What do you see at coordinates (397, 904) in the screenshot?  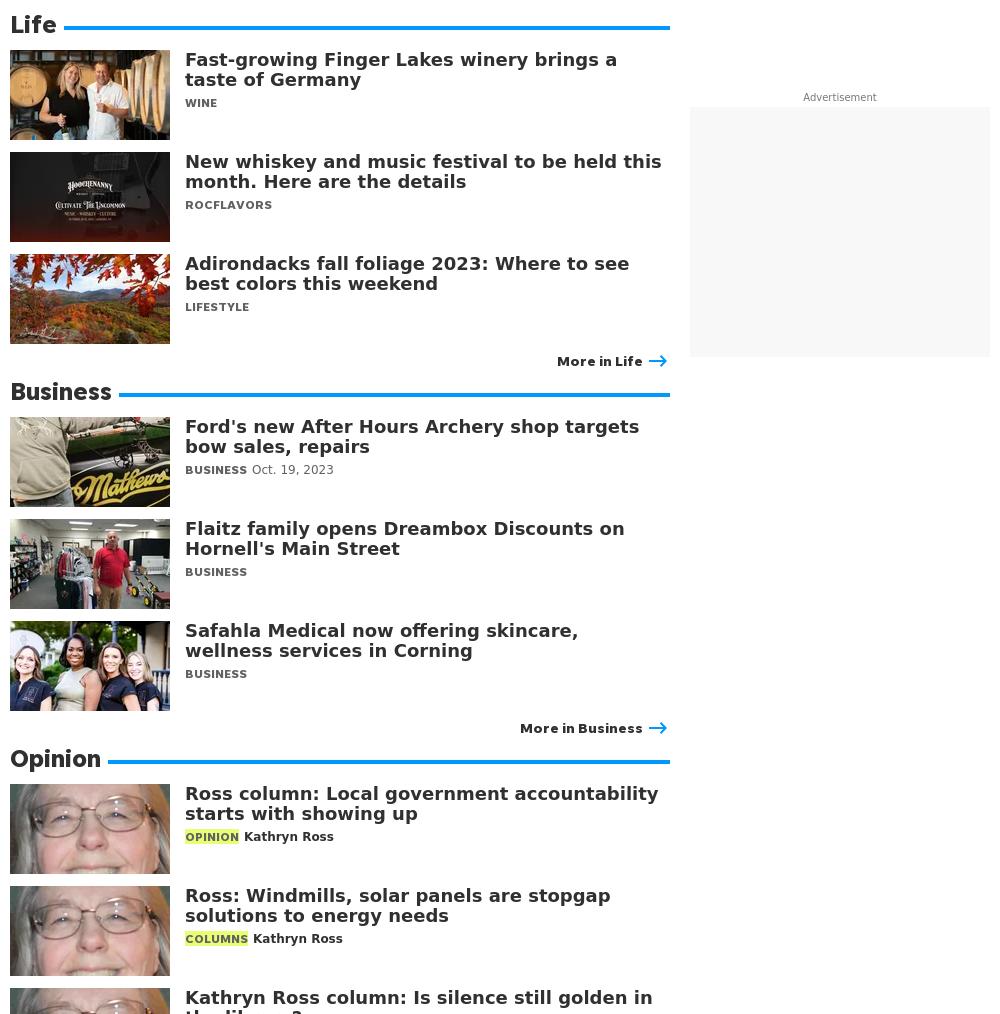 I see `'Ross: Windmills, solar panels are stopgap solutions to energy needs'` at bounding box center [397, 904].